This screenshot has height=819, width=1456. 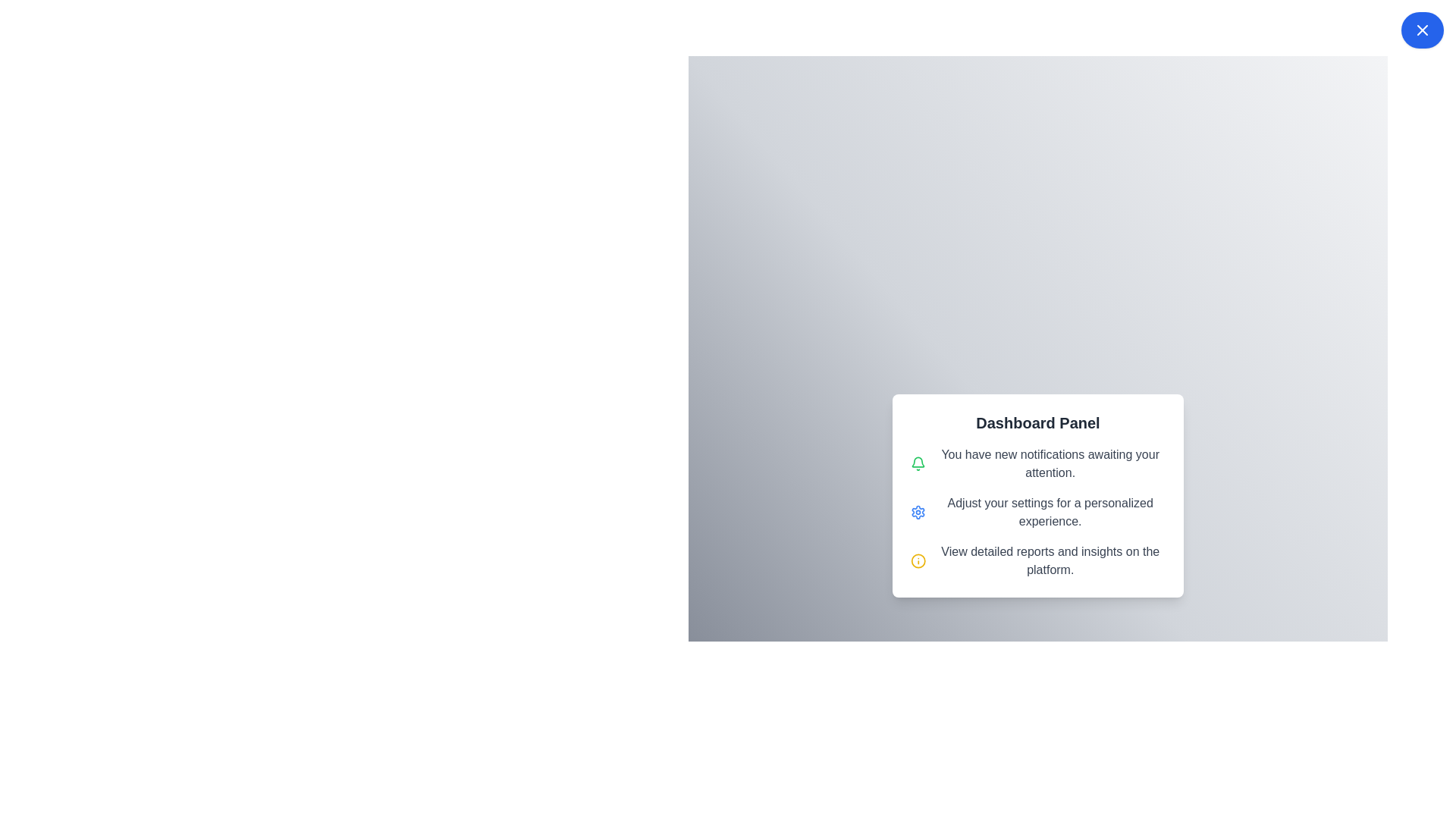 I want to click on the informational text about adjusting settings for a personalized user experience, which is the second item in a vertically stacked group within a white card on the dashboard, so click(x=1037, y=512).